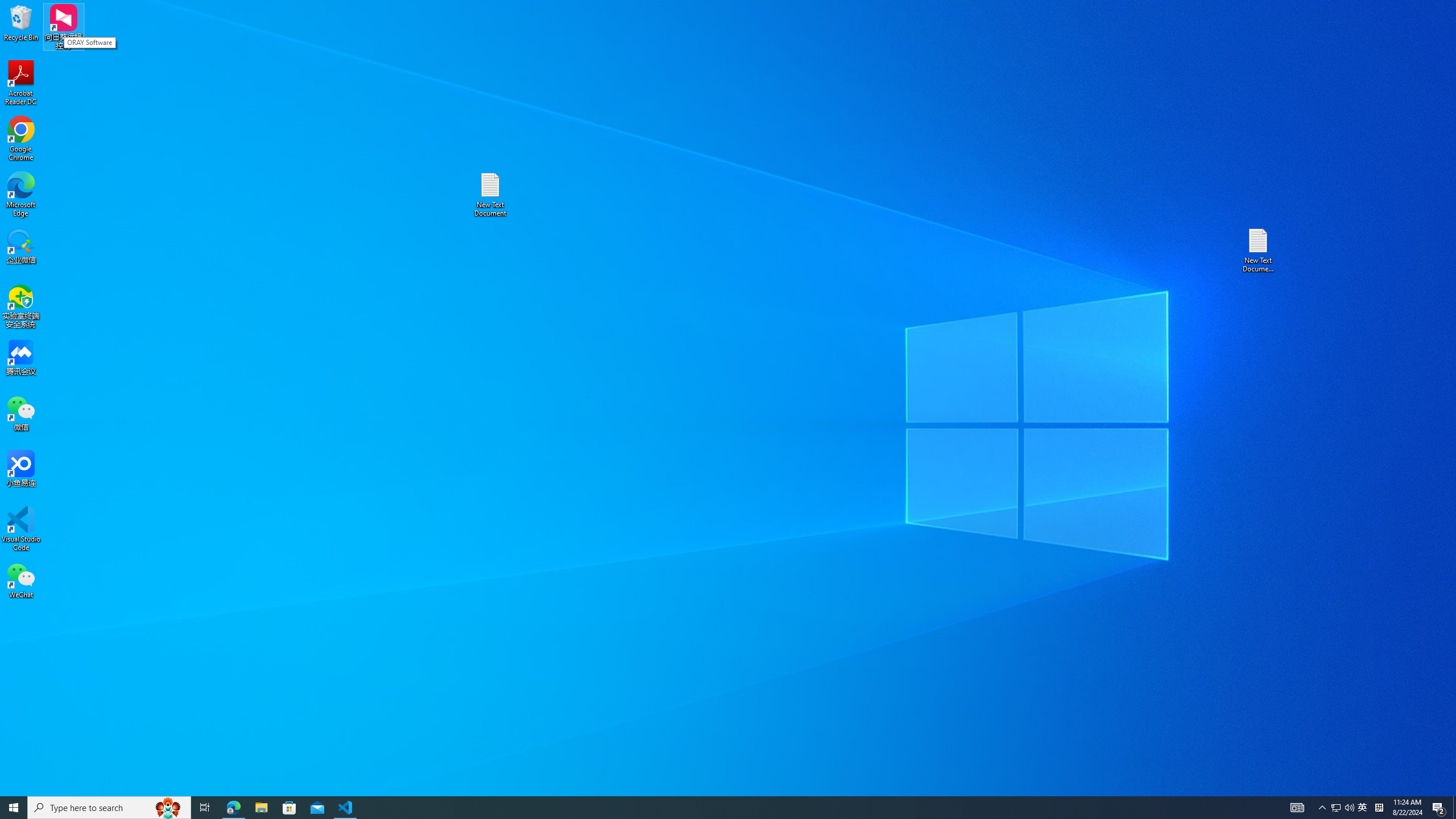  Describe the element at coordinates (1454, 806) in the screenshot. I see `'Show desktop'` at that location.